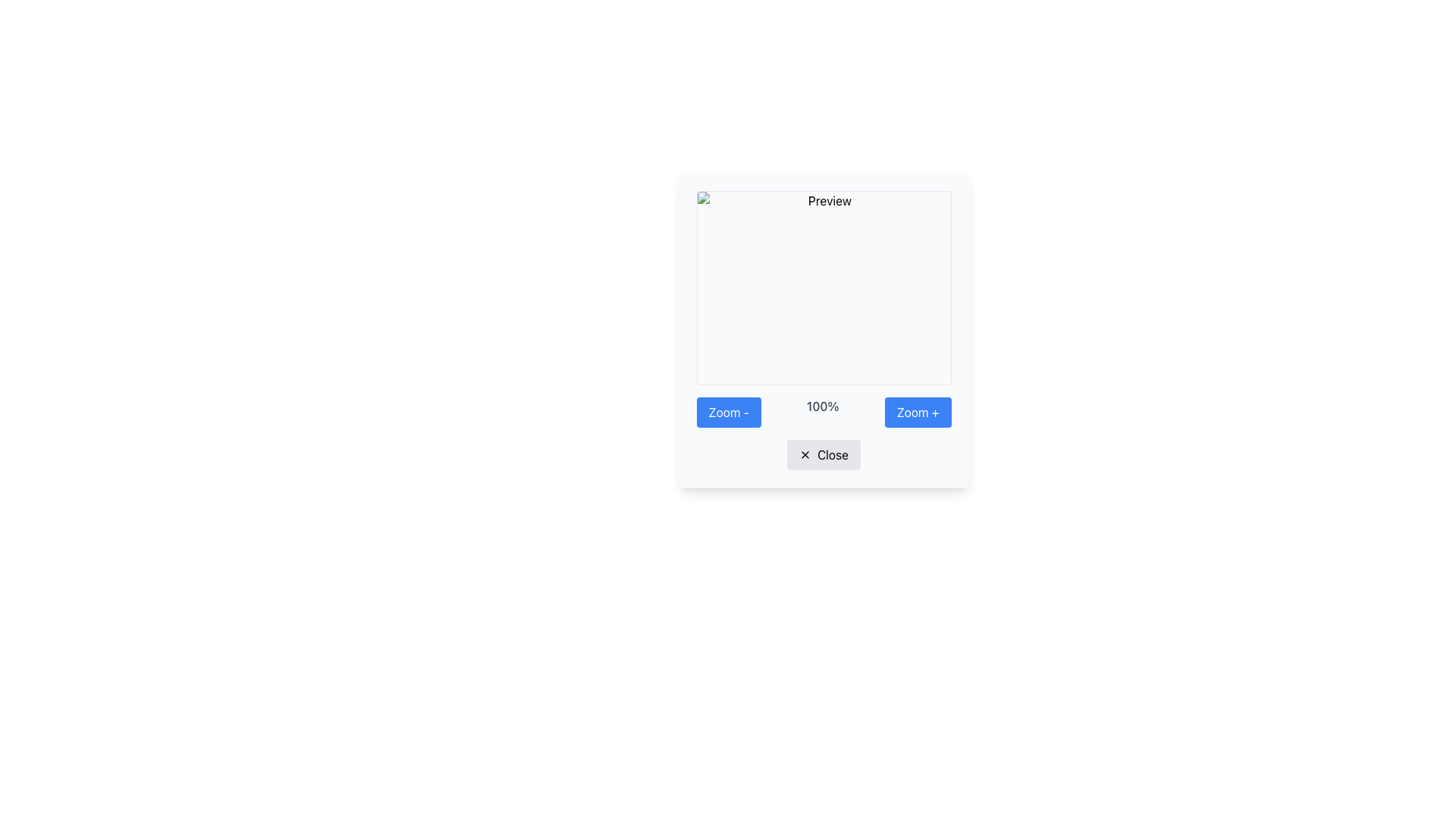 The image size is (1456, 819). What do you see at coordinates (729, 412) in the screenshot?
I see `the blue rectangular button labeled 'Zoom -' to decrease the zoom level, located to the left of the '100%' label and right of the 'Zoom +' button` at bounding box center [729, 412].